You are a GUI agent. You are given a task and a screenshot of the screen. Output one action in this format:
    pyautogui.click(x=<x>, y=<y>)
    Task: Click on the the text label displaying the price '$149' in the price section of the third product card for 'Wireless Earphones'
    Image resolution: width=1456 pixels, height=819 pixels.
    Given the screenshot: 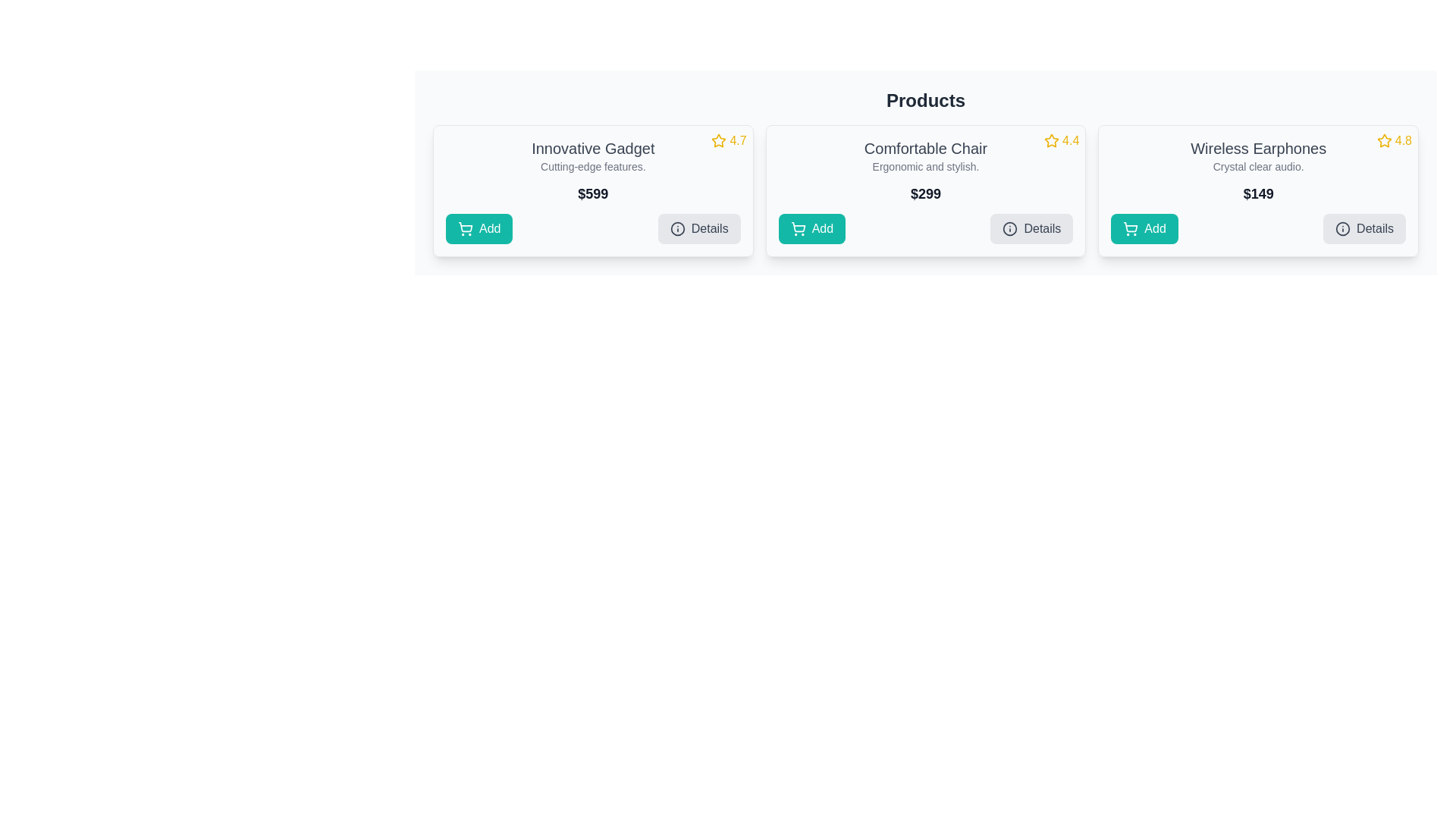 What is the action you would take?
    pyautogui.click(x=1258, y=193)
    